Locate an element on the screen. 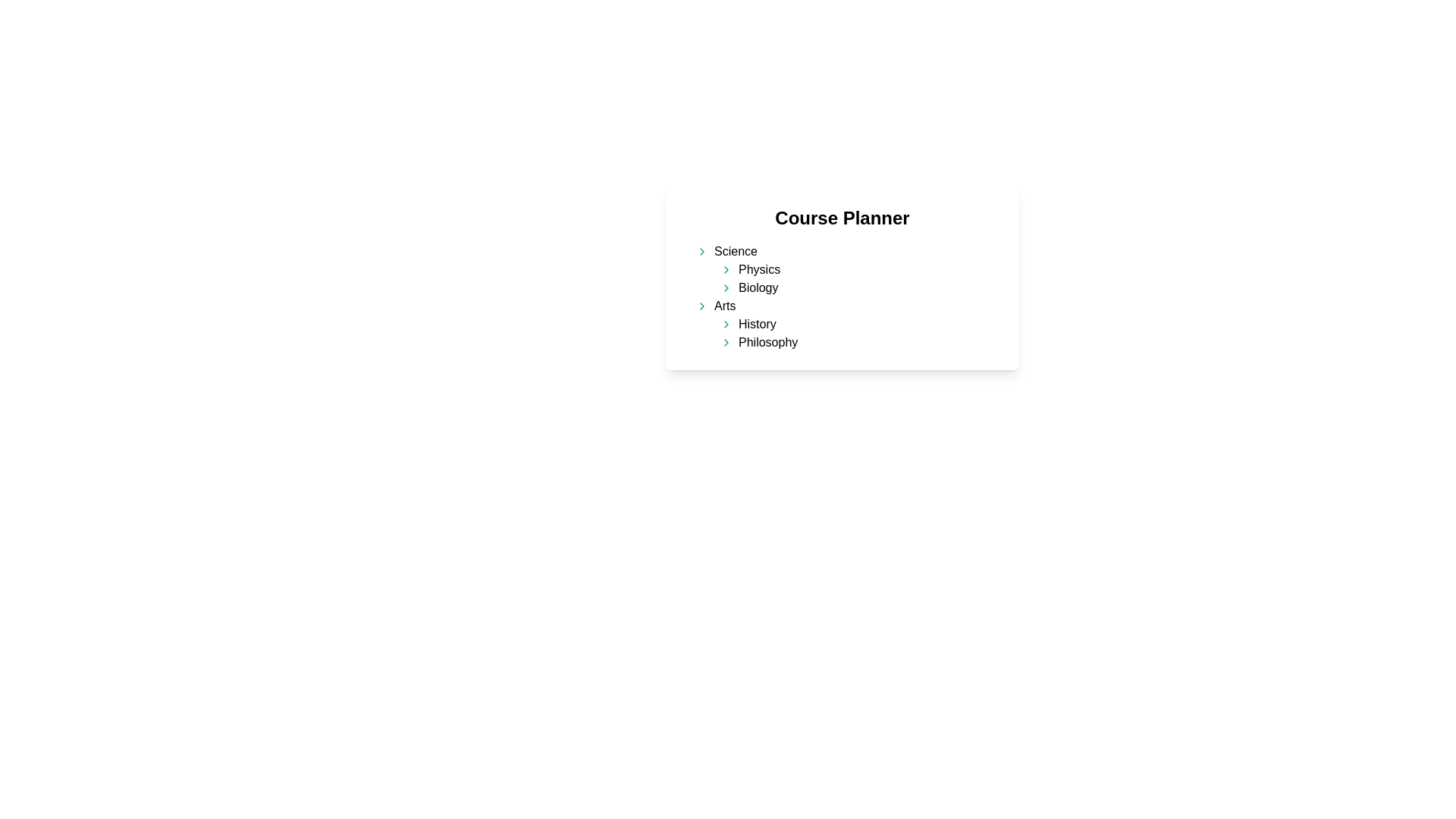 Image resolution: width=1456 pixels, height=819 pixels. the right-facing green chevron icon positioned to the left of the 'Biology' text in the row under 'Science' for highlighting effects is located at coordinates (726, 288).